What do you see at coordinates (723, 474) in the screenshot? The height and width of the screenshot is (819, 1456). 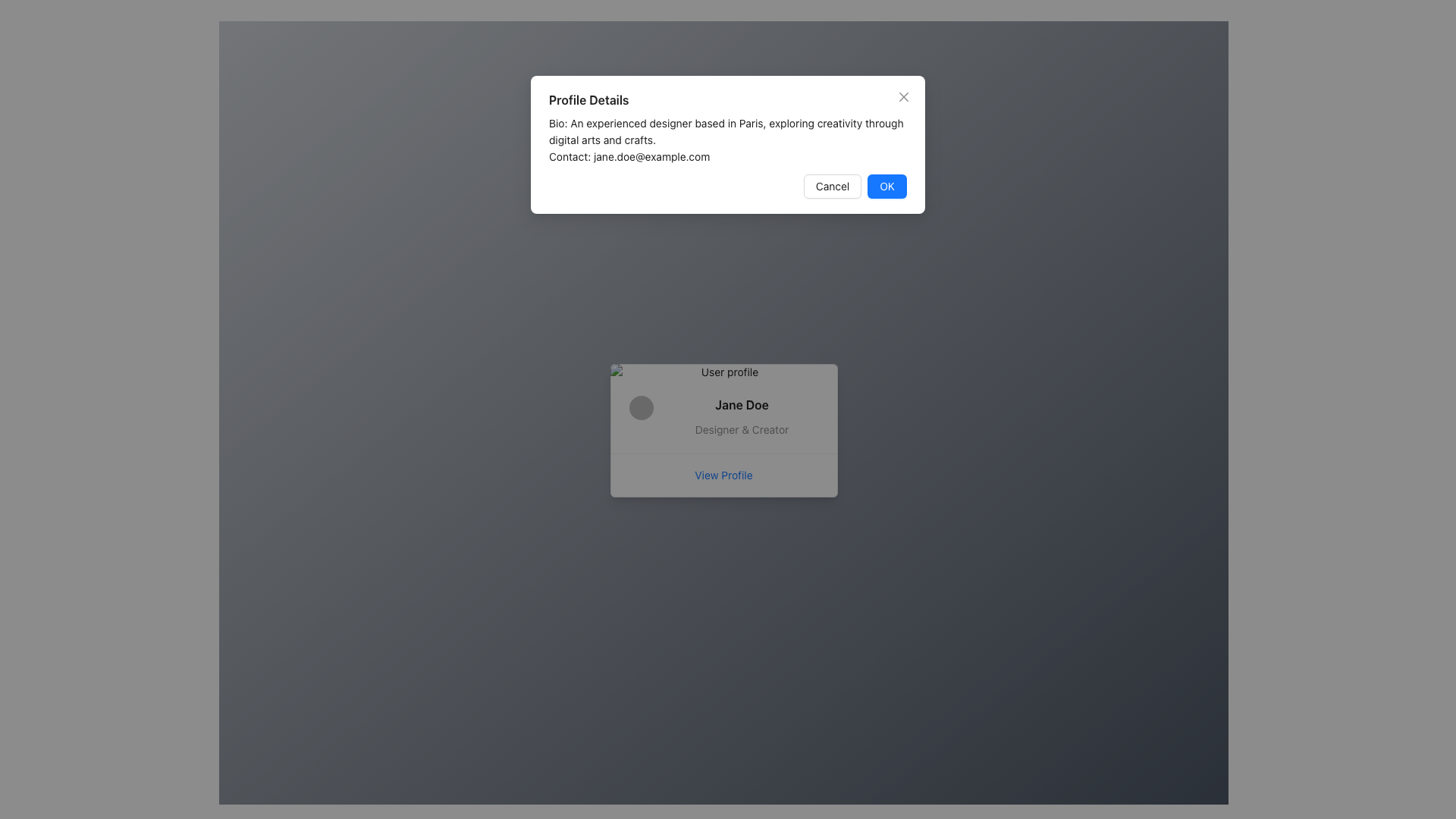 I see `the 'View Profile' button located at the bottom of the user profile card` at bounding box center [723, 474].